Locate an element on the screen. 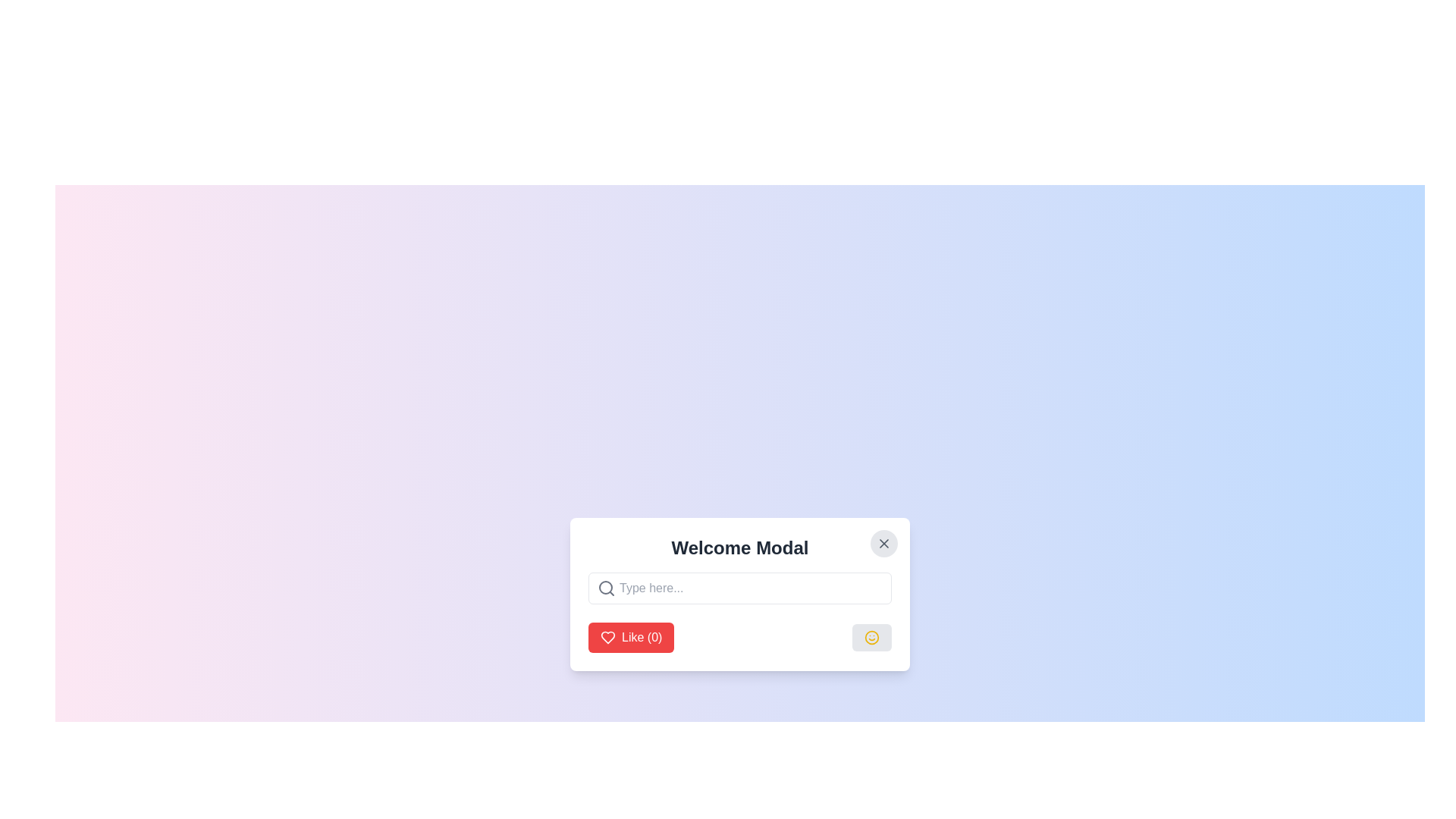 The width and height of the screenshot is (1456, 819). the button with a centered smiley face icon in a modal window at the bottom right corner is located at coordinates (872, 637).